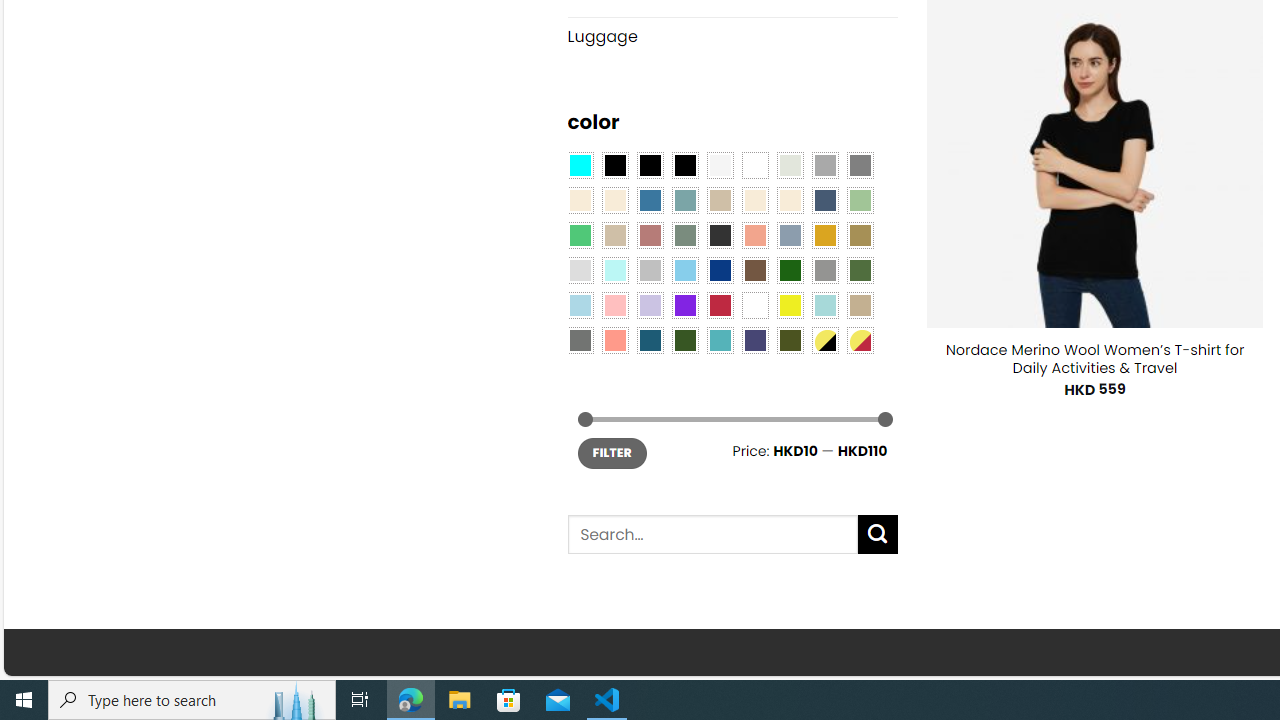 This screenshot has width=1280, height=720. What do you see at coordinates (824, 338) in the screenshot?
I see `'Yellow-Black'` at bounding box center [824, 338].